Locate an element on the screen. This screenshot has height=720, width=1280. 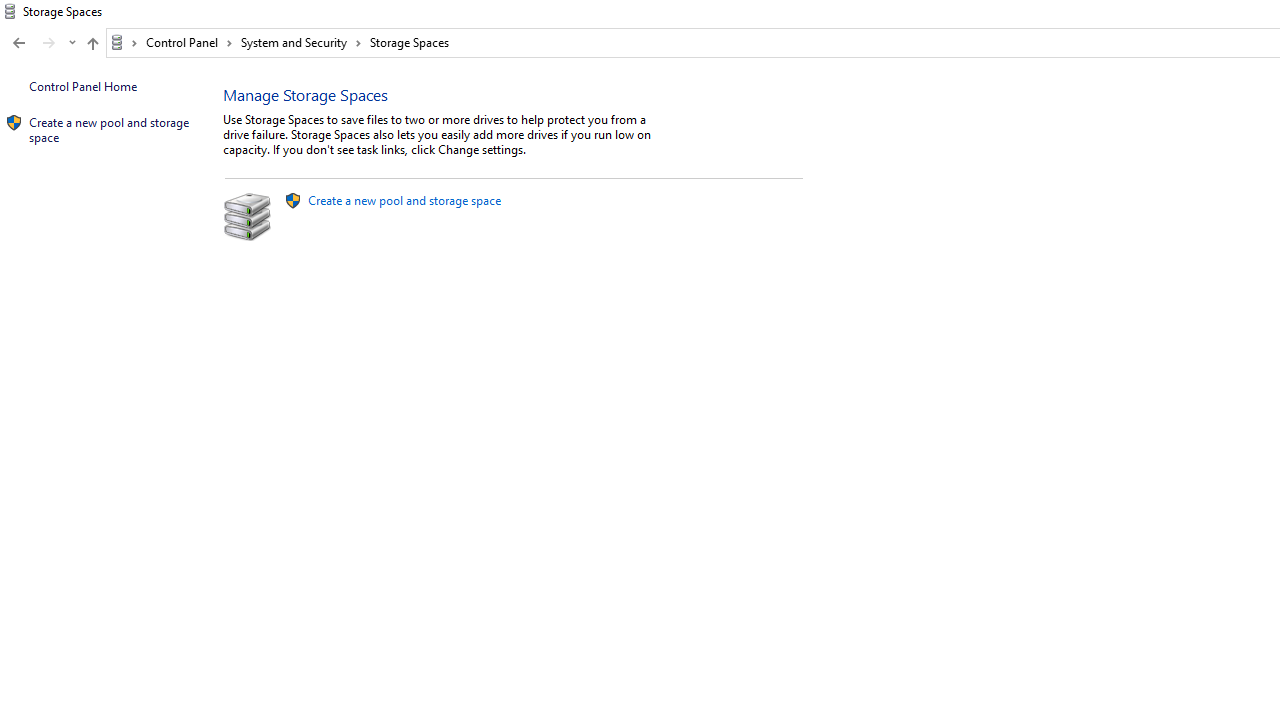
'All locations' is located at coordinates (123, 42).